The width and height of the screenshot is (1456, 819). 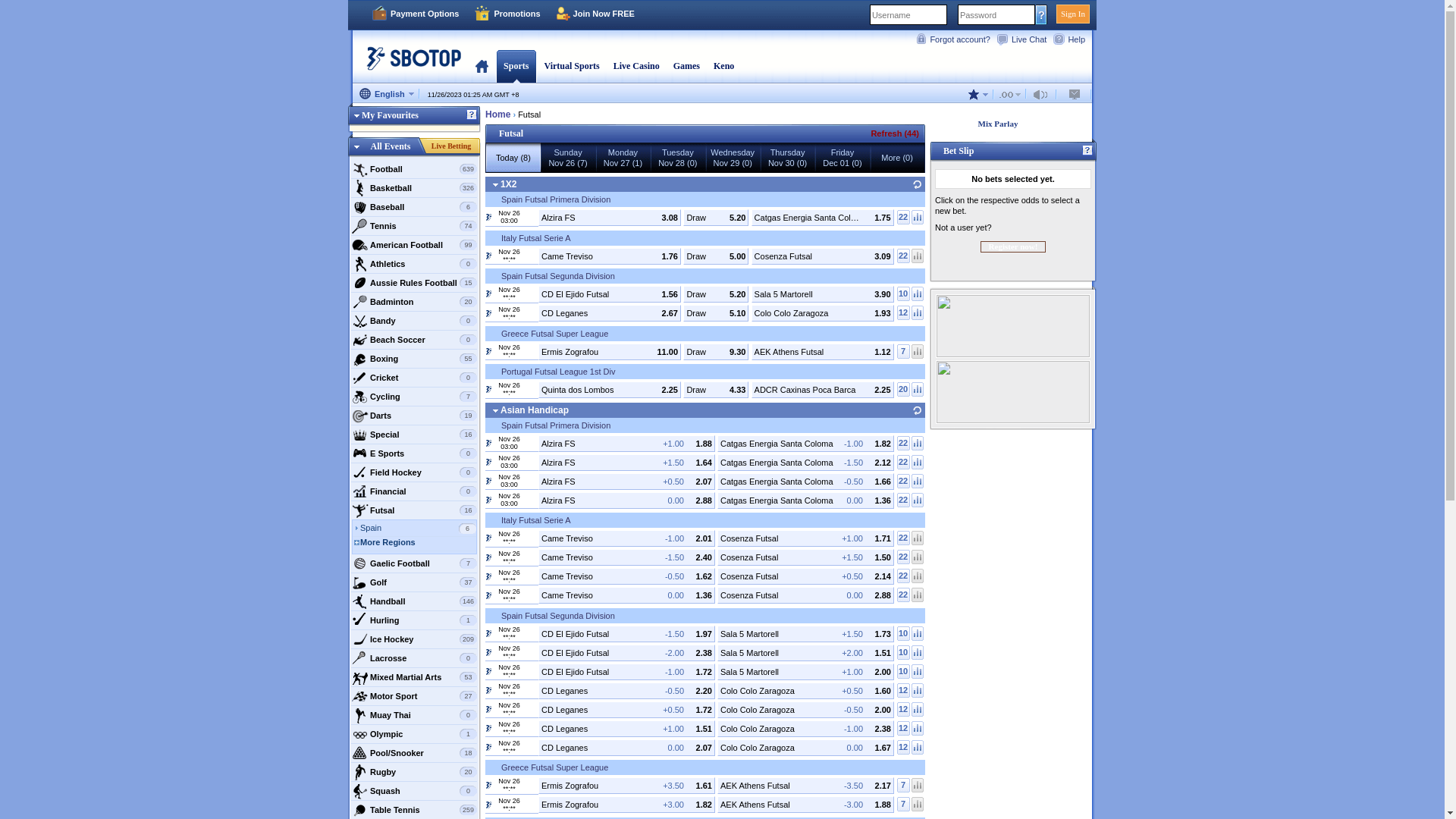 I want to click on '1.12, so click(x=821, y=350).